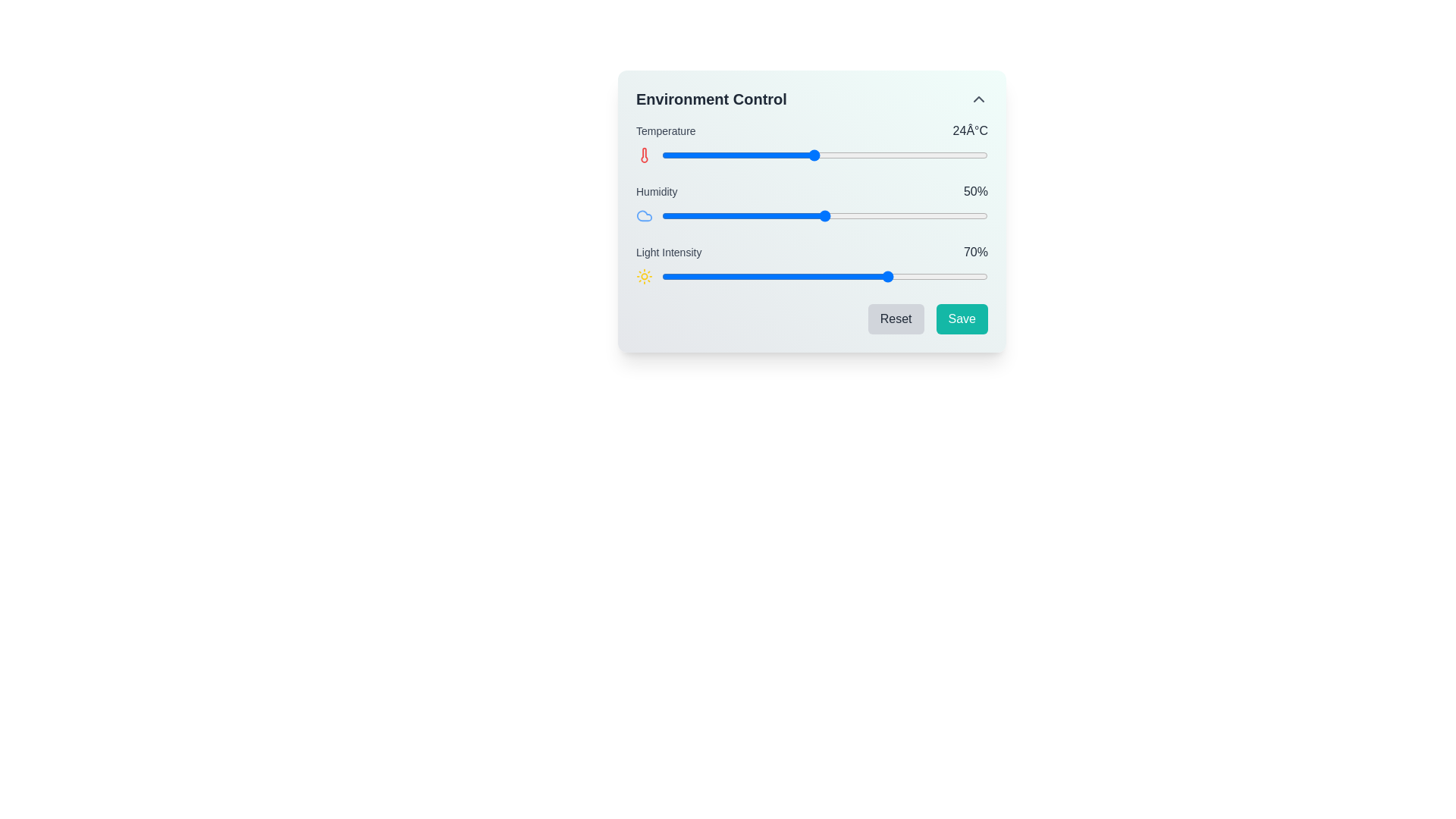 The image size is (1456, 819). Describe the element at coordinates (769, 277) in the screenshot. I see `the Light Intensity slider` at that location.